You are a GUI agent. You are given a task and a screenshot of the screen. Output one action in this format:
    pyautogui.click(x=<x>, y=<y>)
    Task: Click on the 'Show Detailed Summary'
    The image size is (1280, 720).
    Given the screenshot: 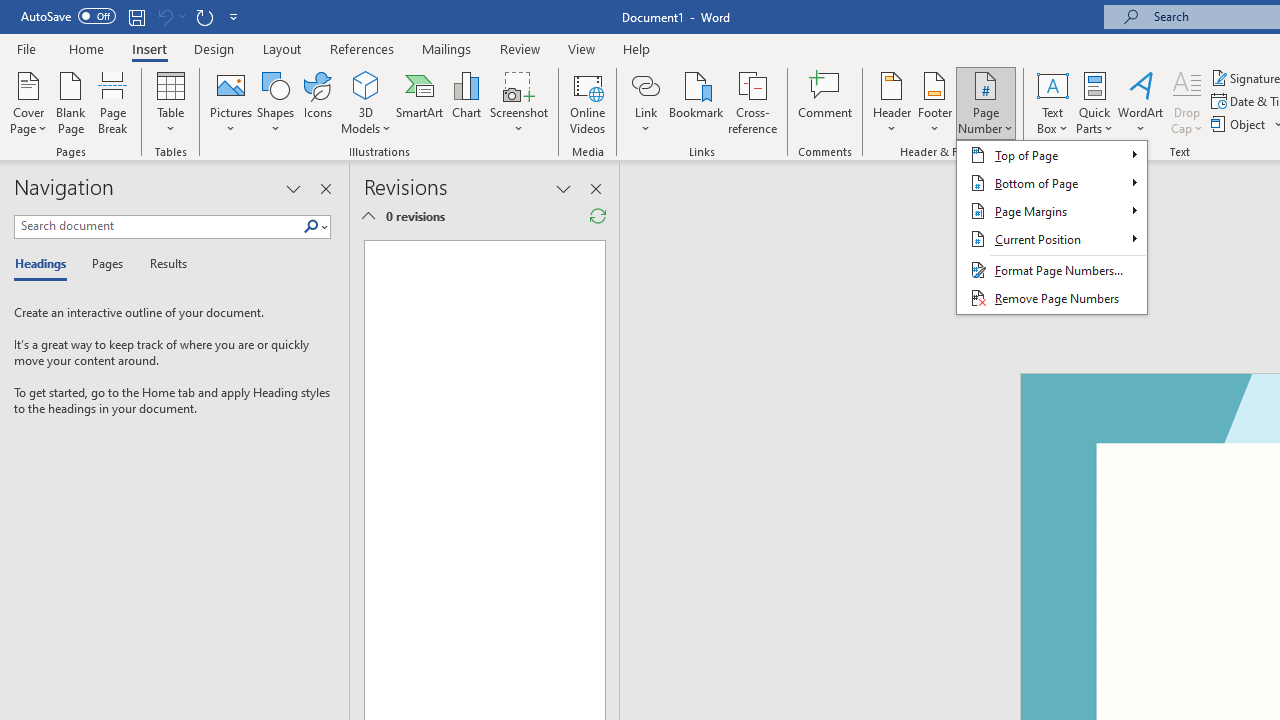 What is the action you would take?
    pyautogui.click(x=369, y=216)
    